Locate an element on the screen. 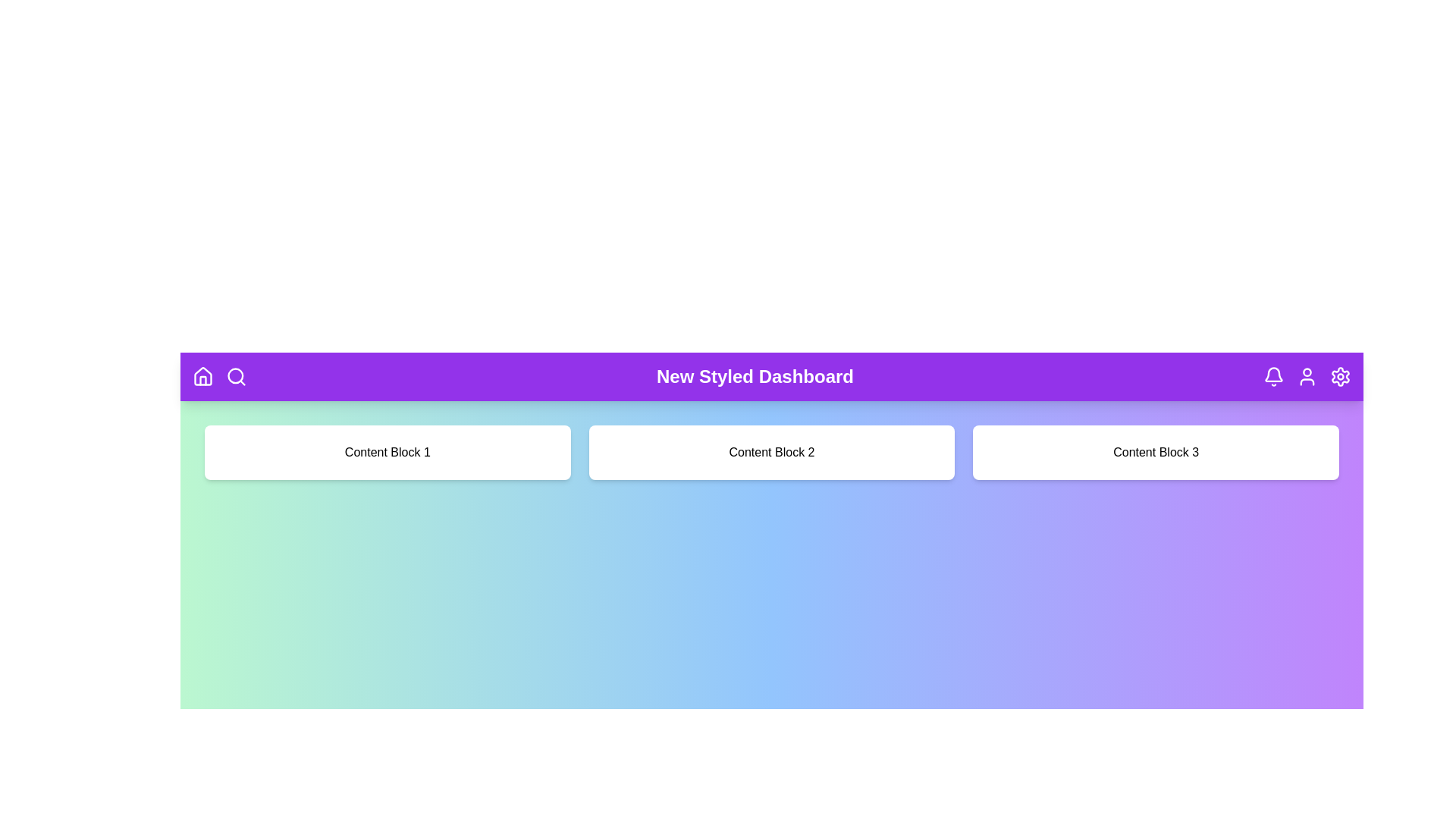 This screenshot has width=1456, height=819. the center of 'Content Block 2' to focus or interact with it is located at coordinates (771, 452).